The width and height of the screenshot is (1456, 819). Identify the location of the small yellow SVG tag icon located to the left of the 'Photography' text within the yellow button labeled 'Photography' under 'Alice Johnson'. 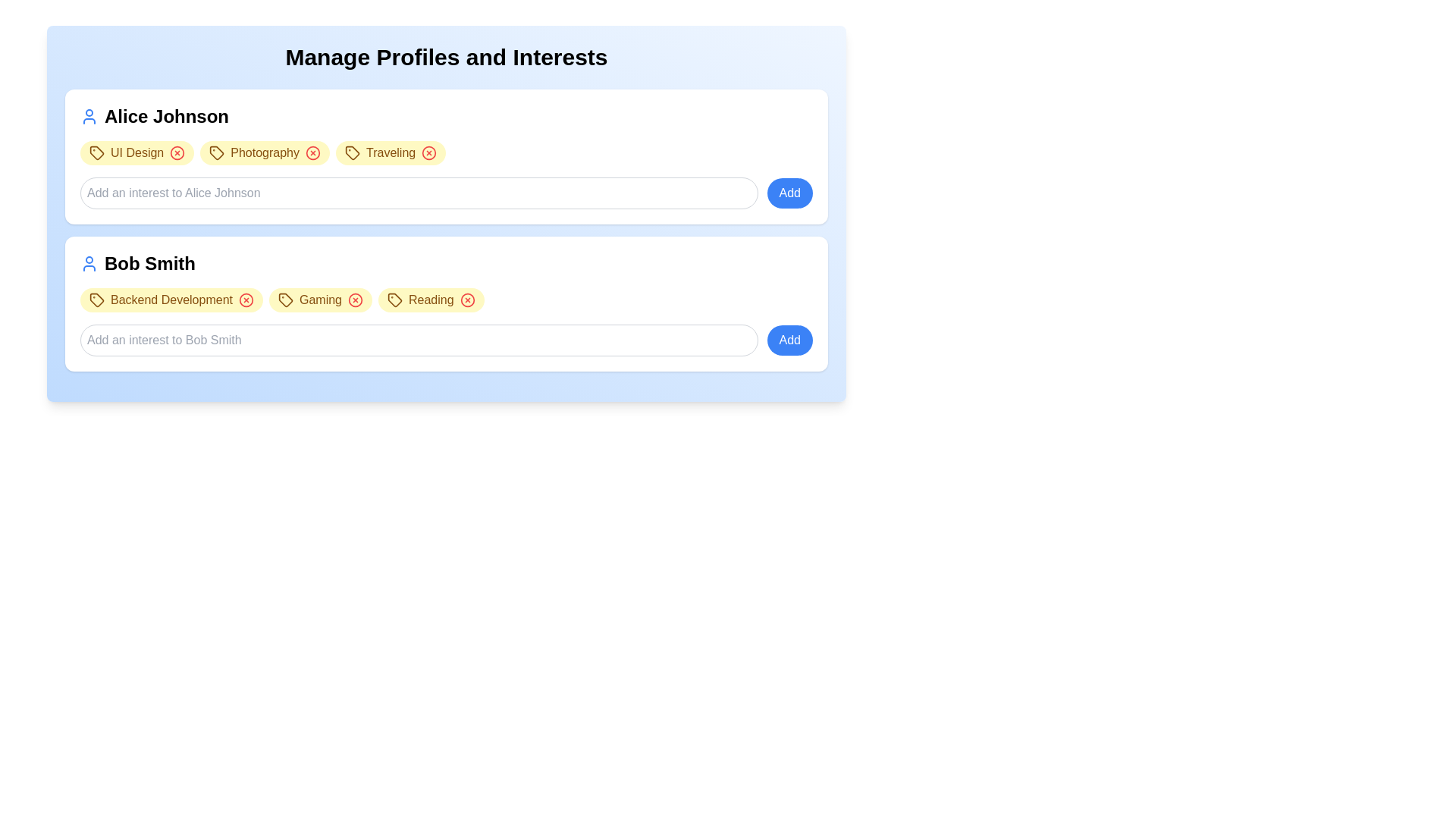
(216, 152).